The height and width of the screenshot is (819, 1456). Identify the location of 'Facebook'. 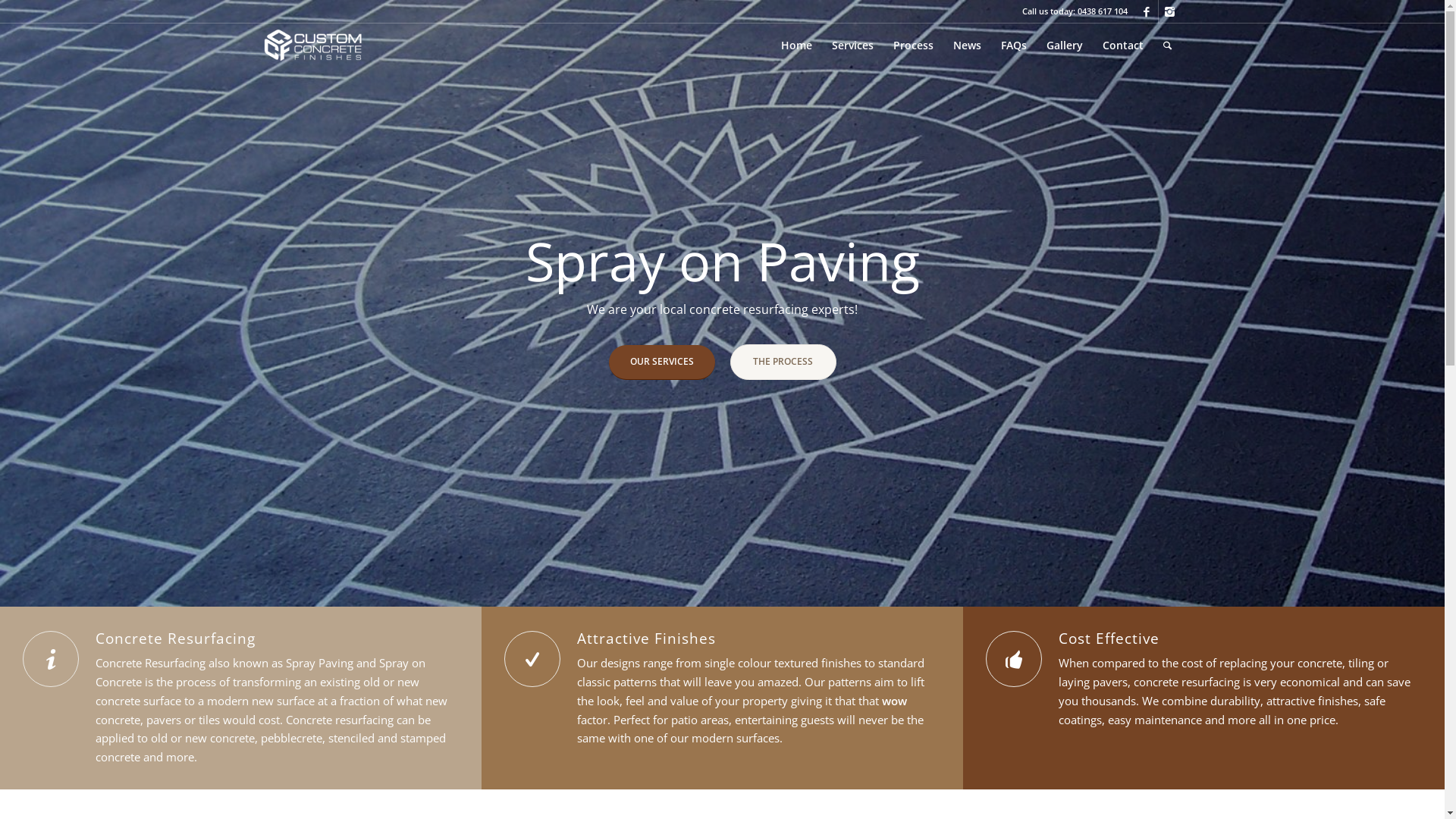
(1147, 11).